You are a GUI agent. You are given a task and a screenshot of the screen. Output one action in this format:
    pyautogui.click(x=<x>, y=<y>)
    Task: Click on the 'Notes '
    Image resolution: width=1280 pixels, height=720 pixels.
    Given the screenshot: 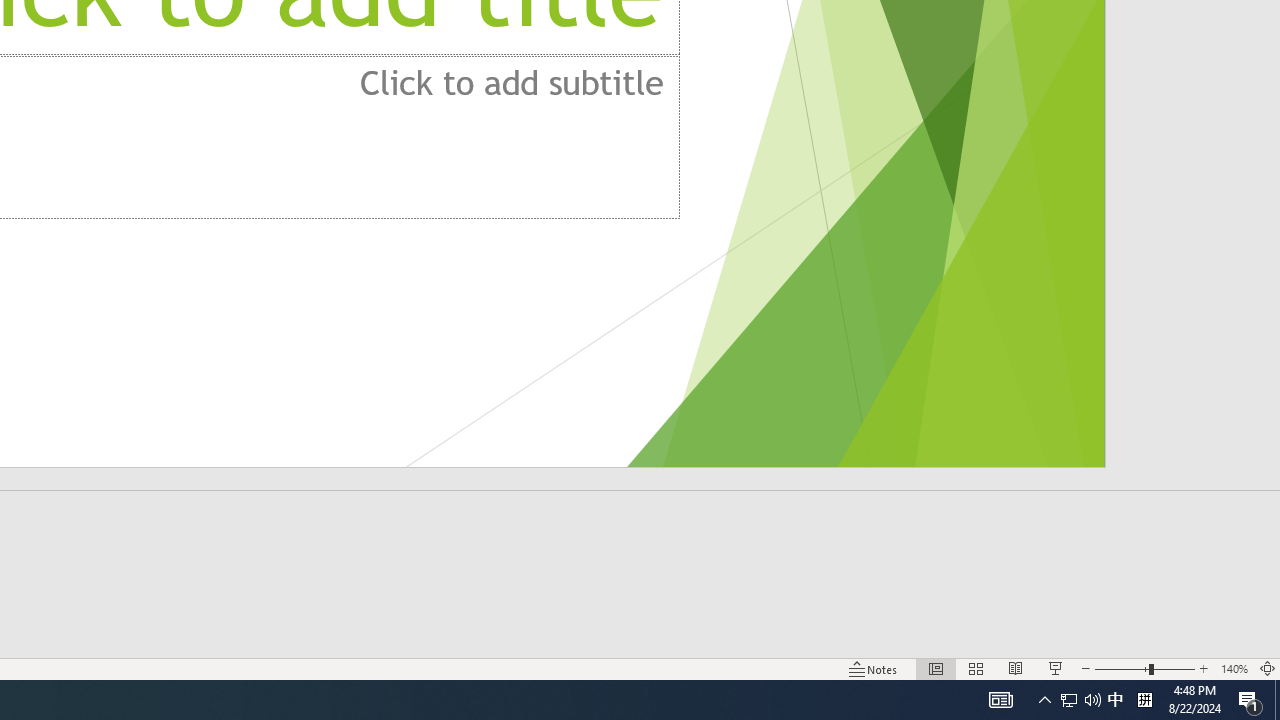 What is the action you would take?
    pyautogui.click(x=874, y=669)
    